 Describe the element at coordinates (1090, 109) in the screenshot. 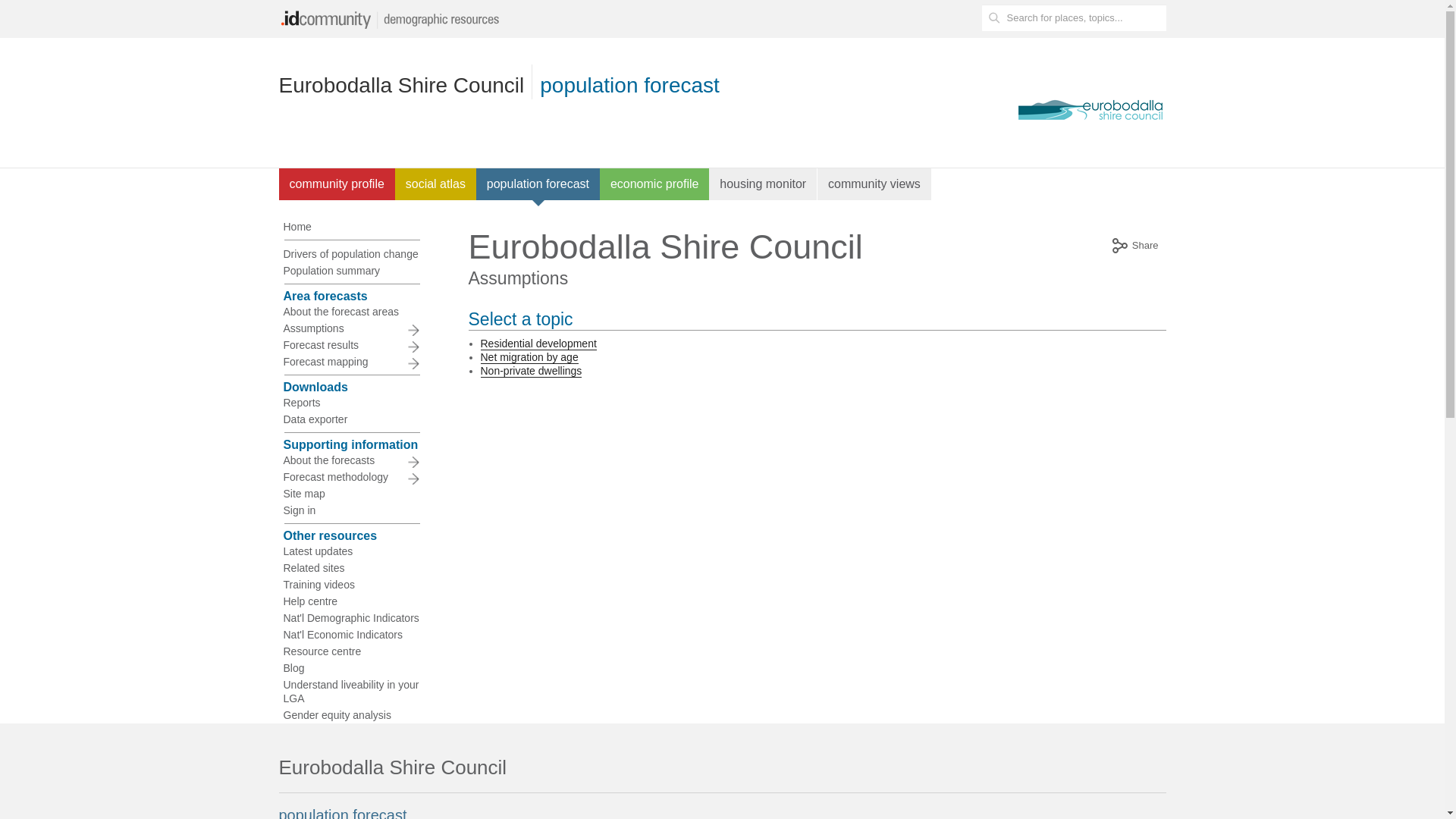

I see `'Eurobodalla Shire Council website'` at that location.